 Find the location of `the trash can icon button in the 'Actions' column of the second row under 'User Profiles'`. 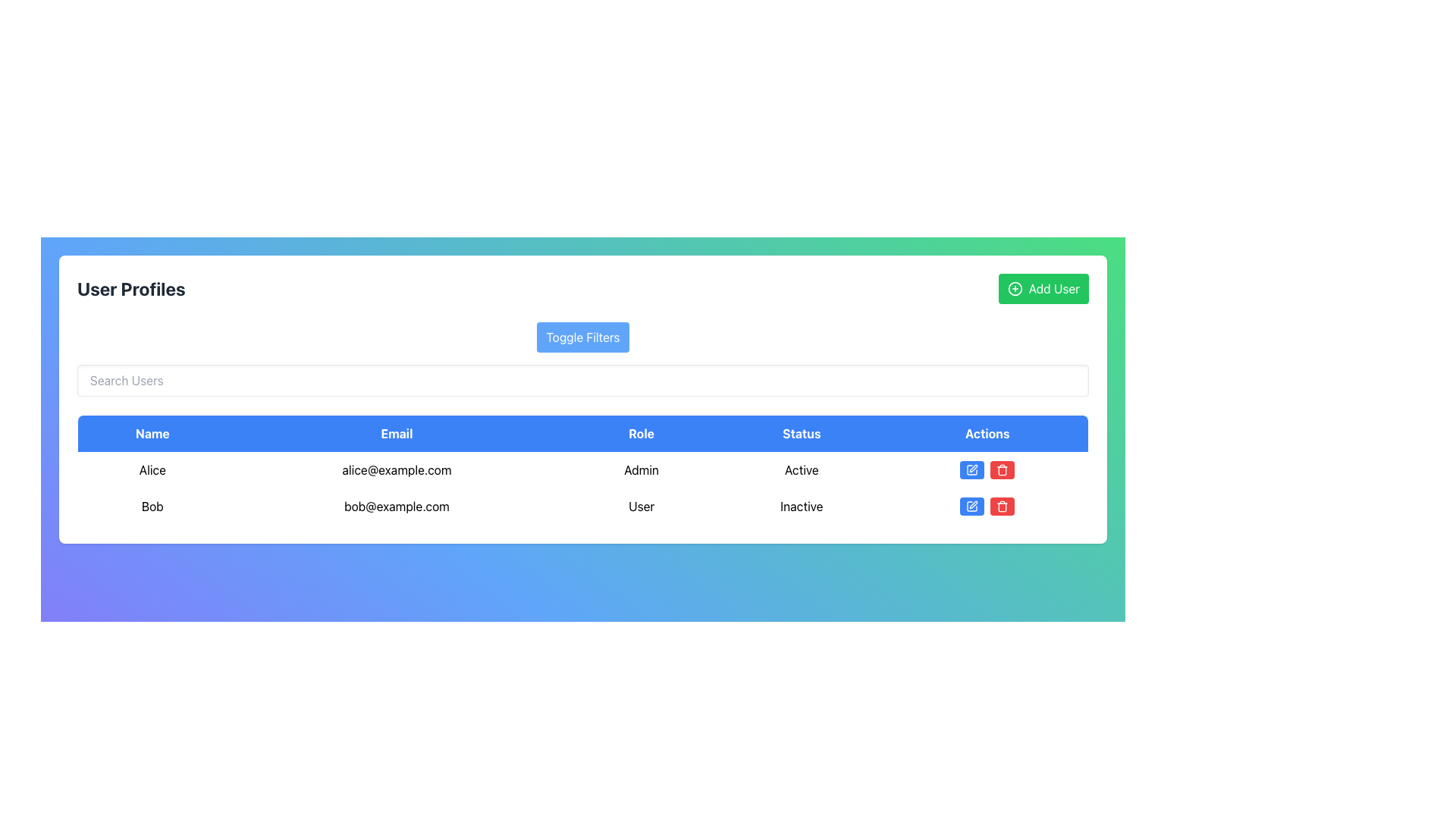

the trash can icon button in the 'Actions' column of the second row under 'User Profiles' is located at coordinates (1003, 469).